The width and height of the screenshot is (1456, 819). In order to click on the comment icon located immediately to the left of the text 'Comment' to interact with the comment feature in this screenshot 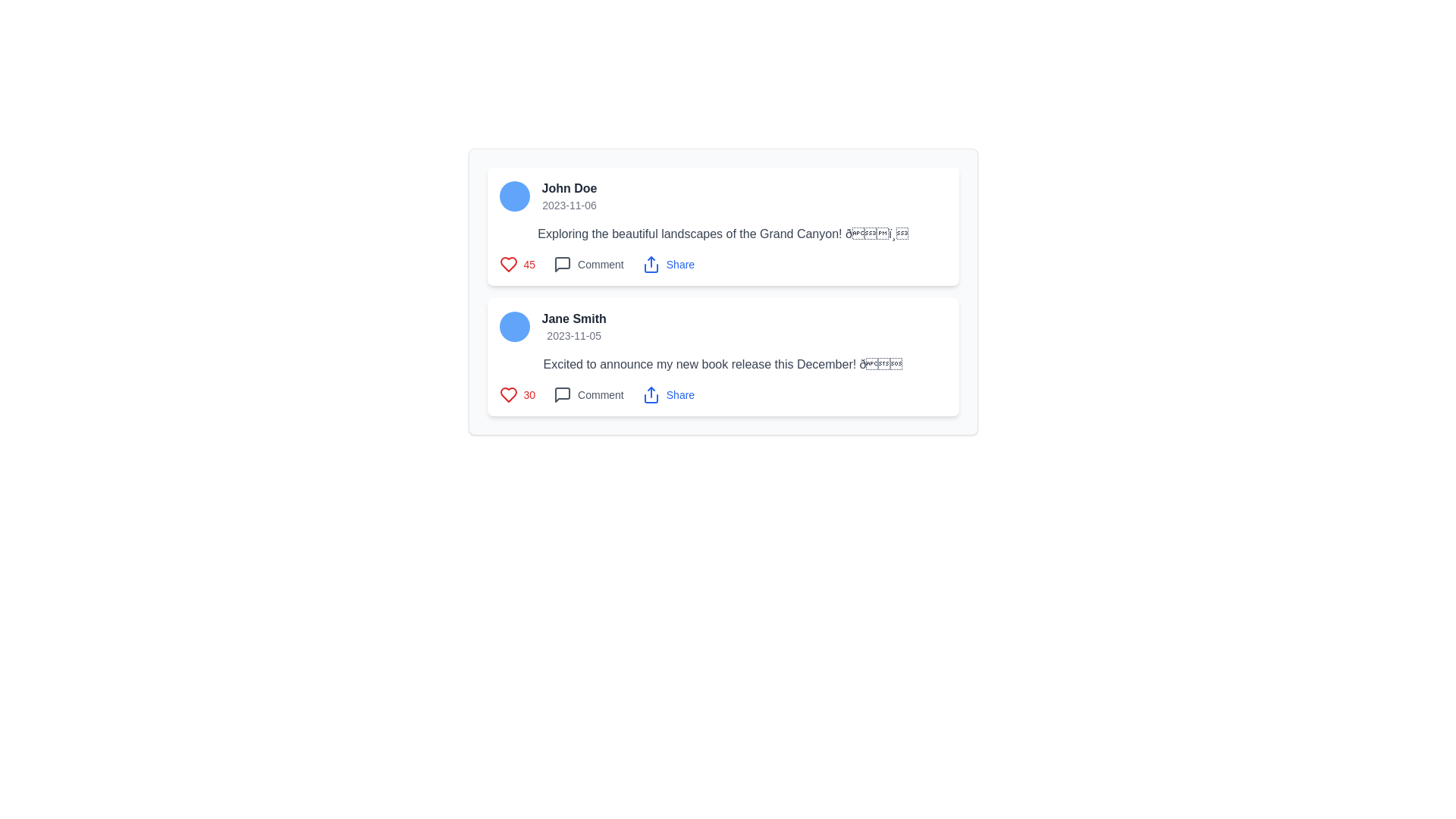, I will do `click(562, 263)`.